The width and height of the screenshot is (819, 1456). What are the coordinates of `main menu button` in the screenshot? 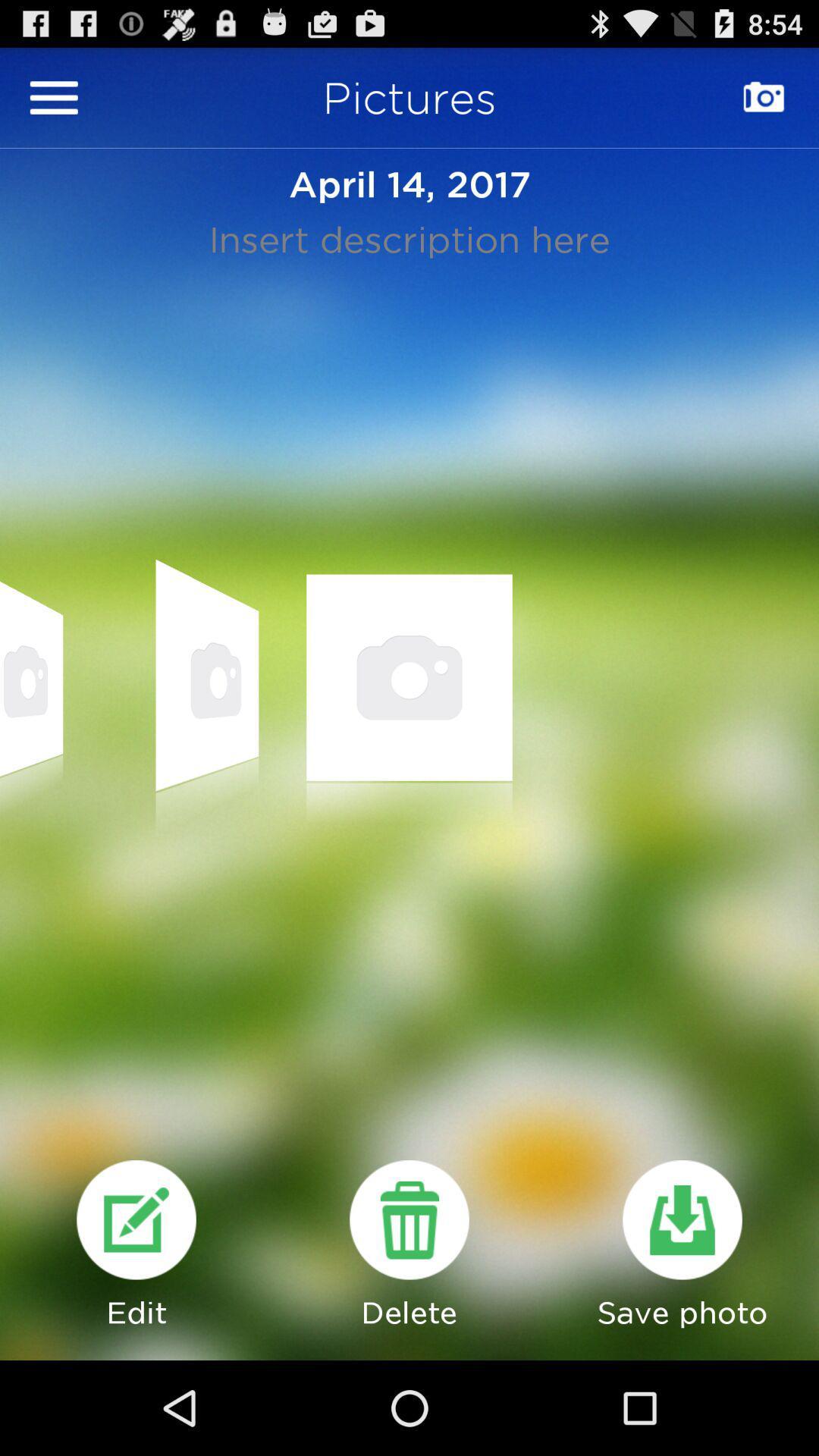 It's located at (53, 97).